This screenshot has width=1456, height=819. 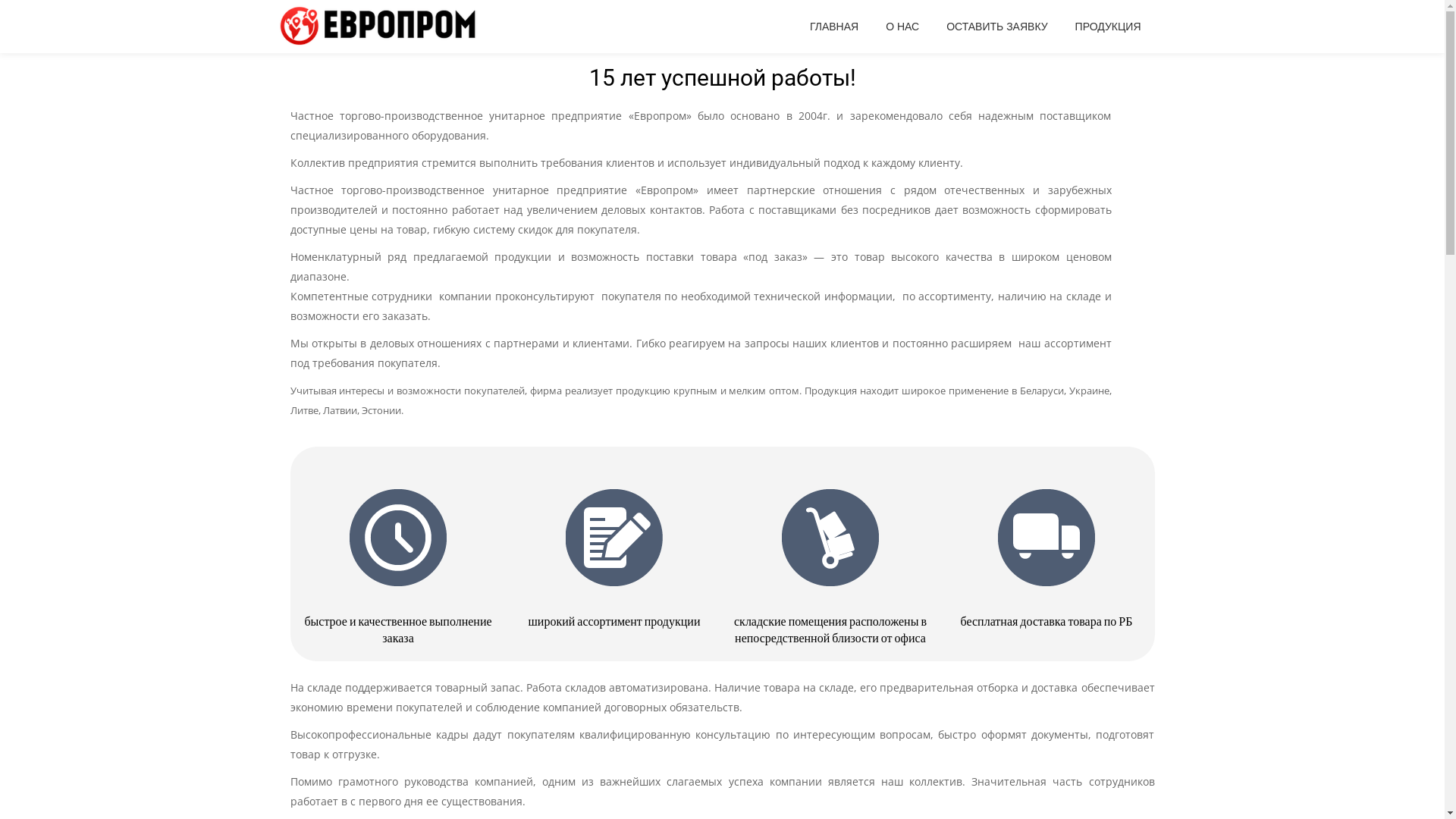 What do you see at coordinates (382, 26) in the screenshot?
I see `'Evroprom'` at bounding box center [382, 26].